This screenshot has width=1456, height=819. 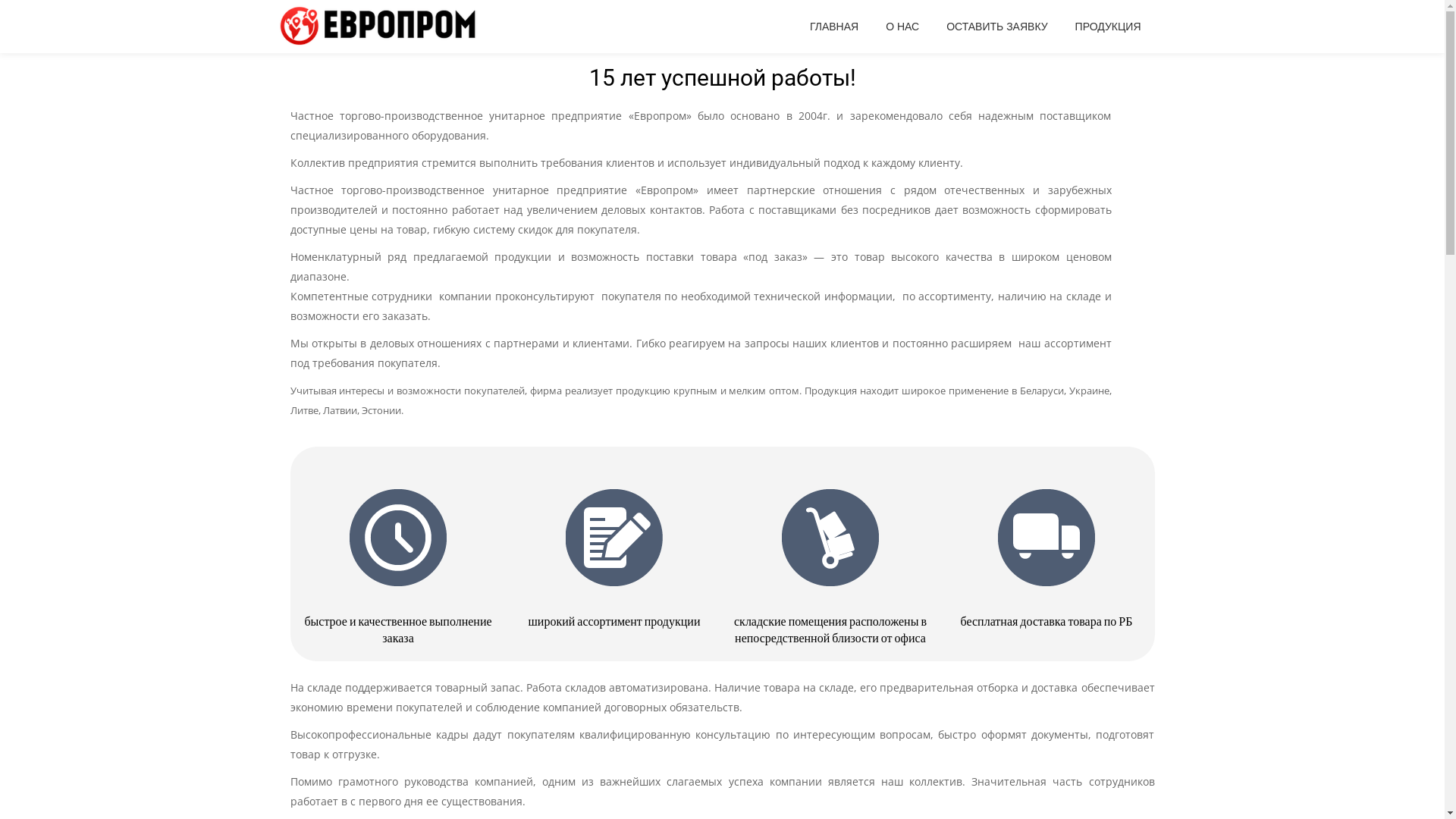 What do you see at coordinates (382, 26) in the screenshot?
I see `'Evroprom'` at bounding box center [382, 26].